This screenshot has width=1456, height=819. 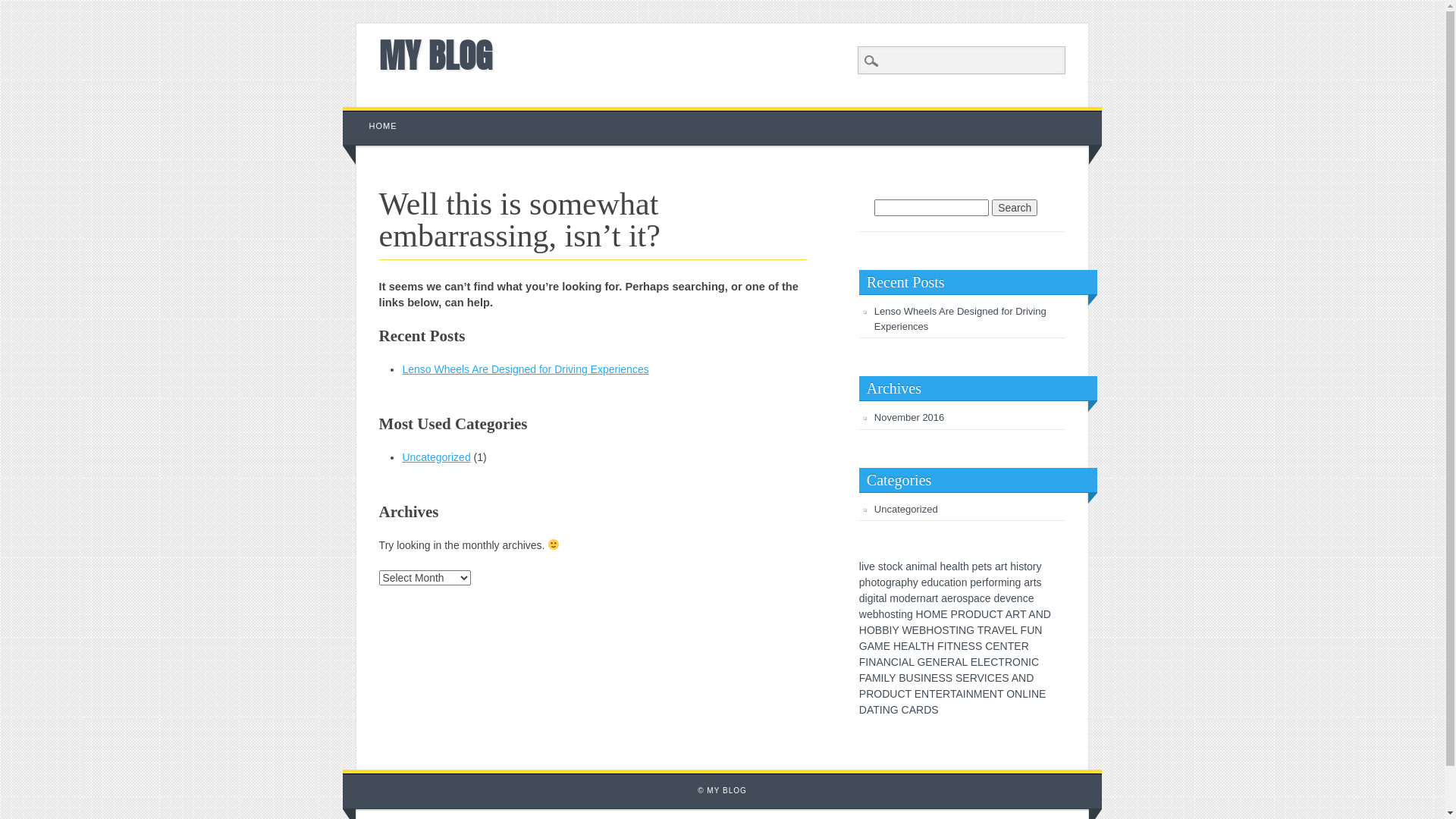 What do you see at coordinates (961, 629) in the screenshot?
I see `'N'` at bounding box center [961, 629].